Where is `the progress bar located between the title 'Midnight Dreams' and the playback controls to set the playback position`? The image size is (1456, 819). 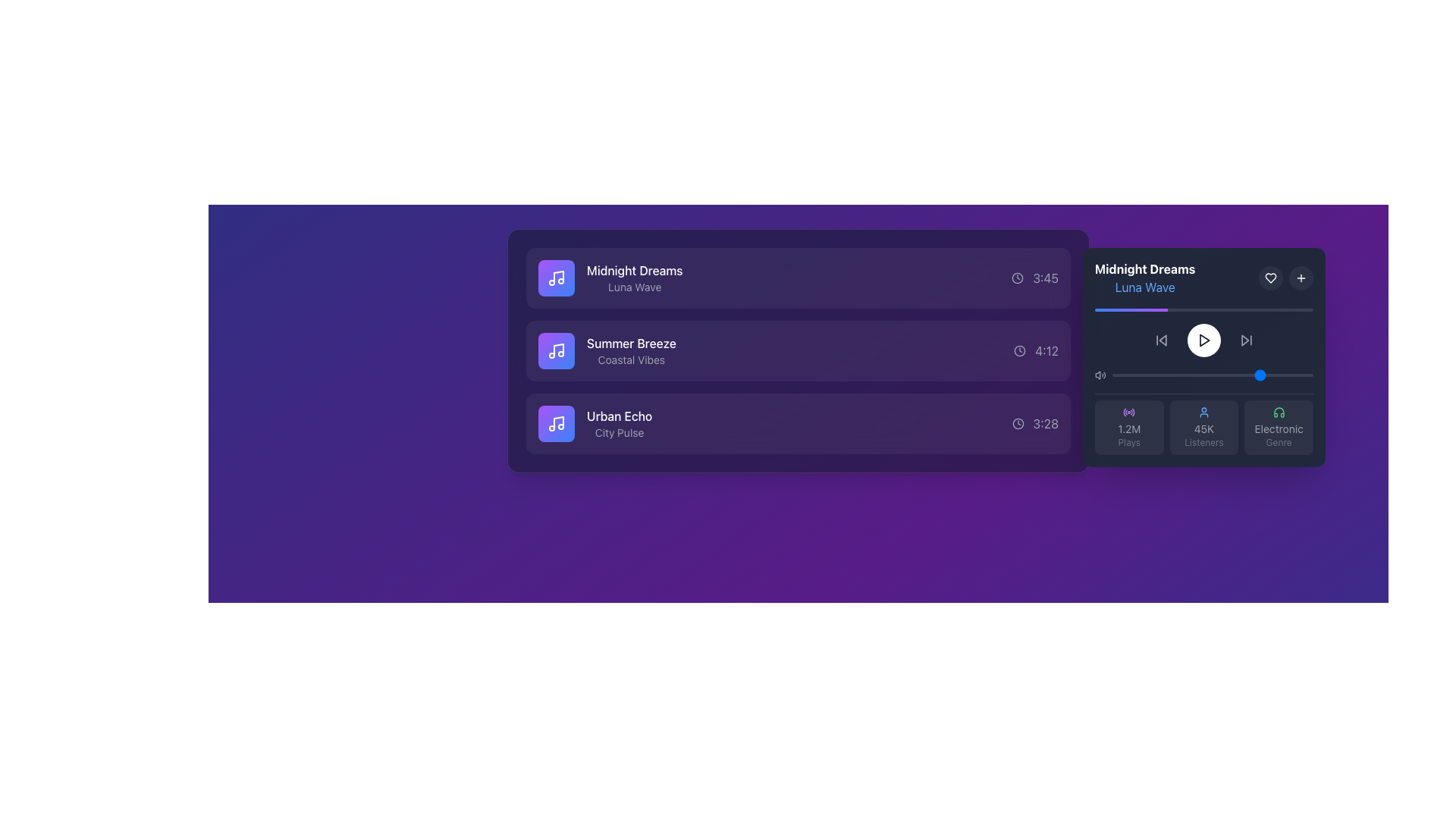
the progress bar located between the title 'Midnight Dreams' and the playback controls to set the playback position is located at coordinates (1203, 309).